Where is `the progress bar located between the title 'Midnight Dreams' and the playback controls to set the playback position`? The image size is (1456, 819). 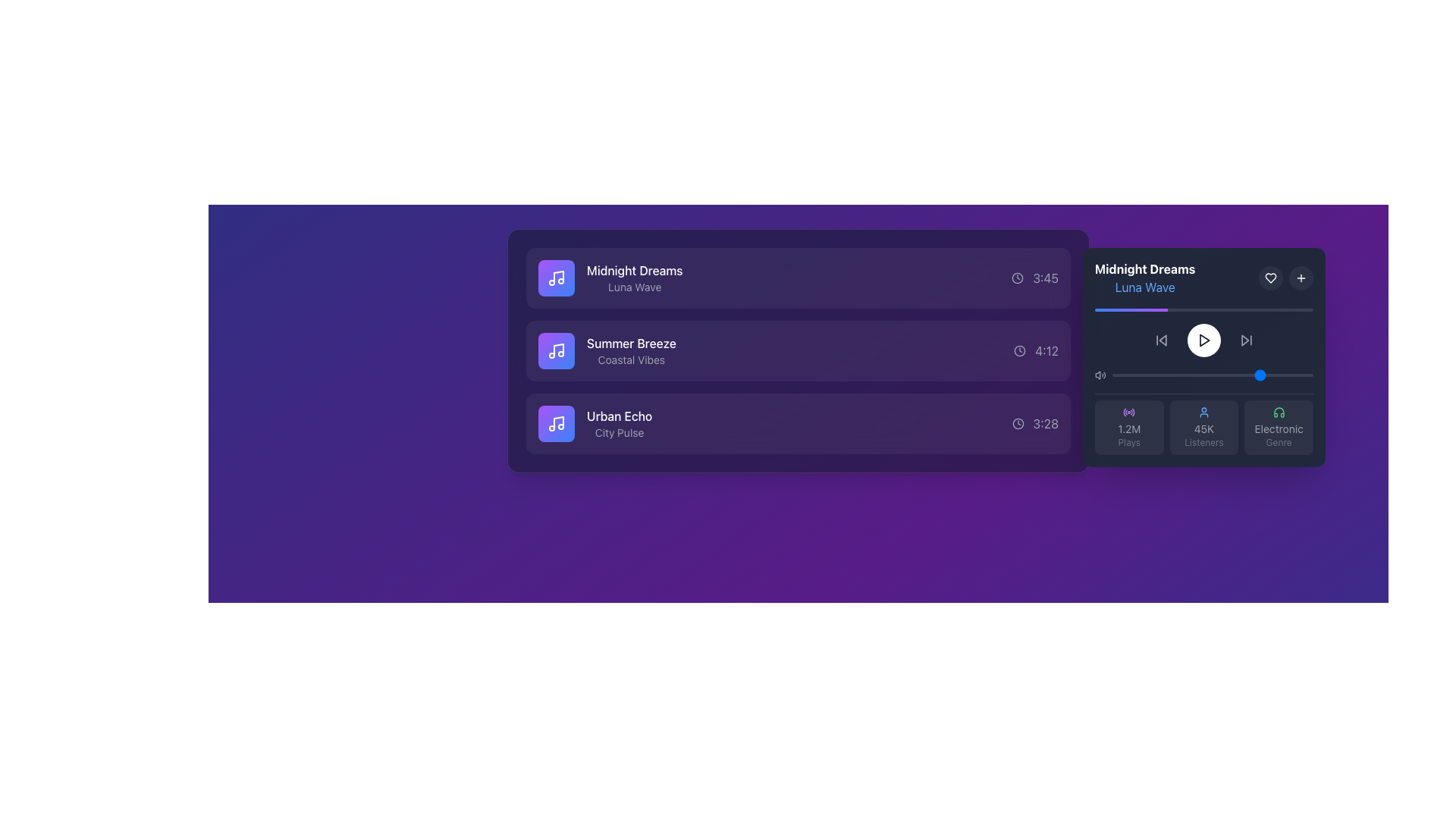
the progress bar located between the title 'Midnight Dreams' and the playback controls to set the playback position is located at coordinates (1203, 309).